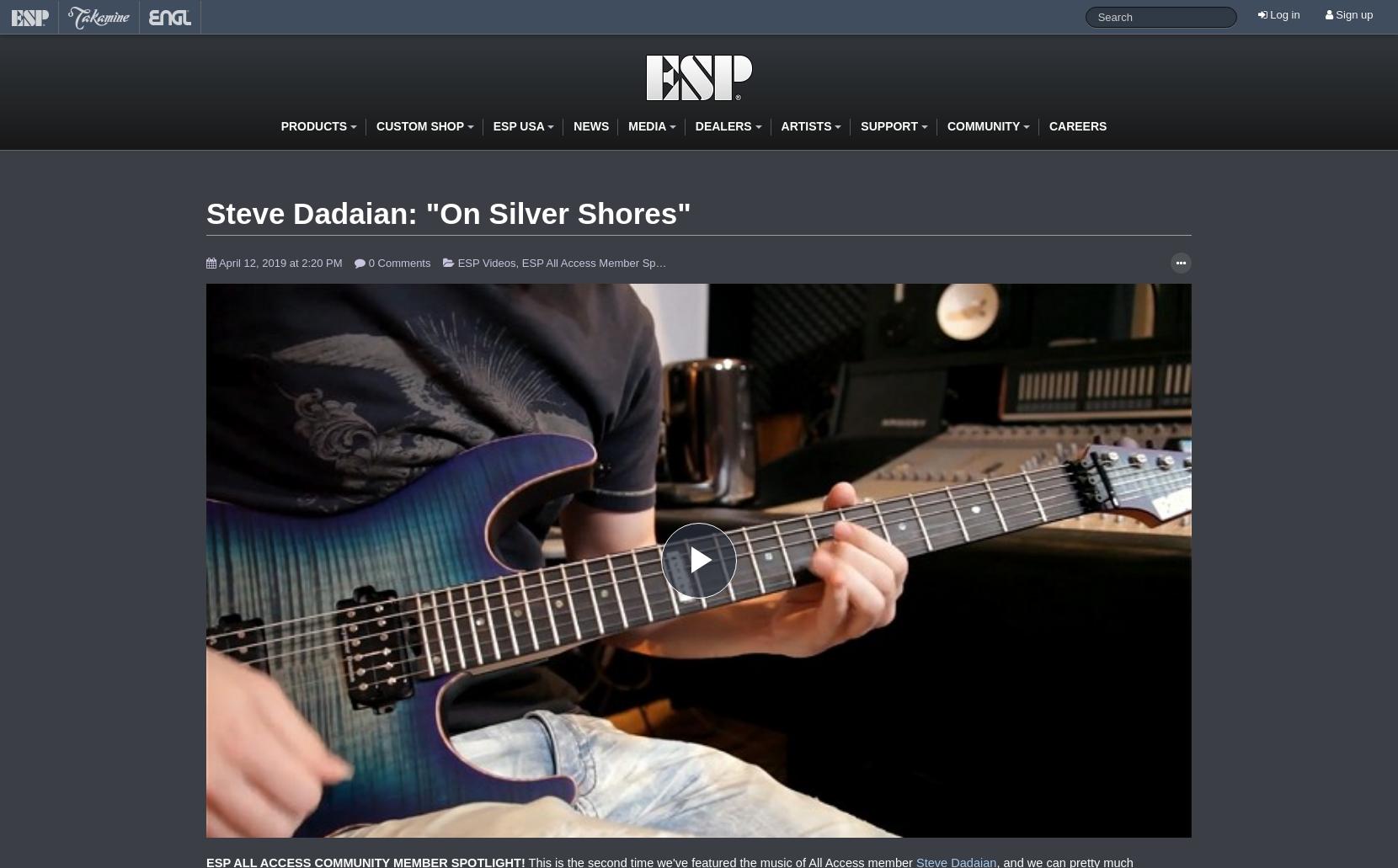 The height and width of the screenshot is (868, 1398). Describe the element at coordinates (448, 212) in the screenshot. I see `'Steve Dadaian: "On Silver Shores"'` at that location.